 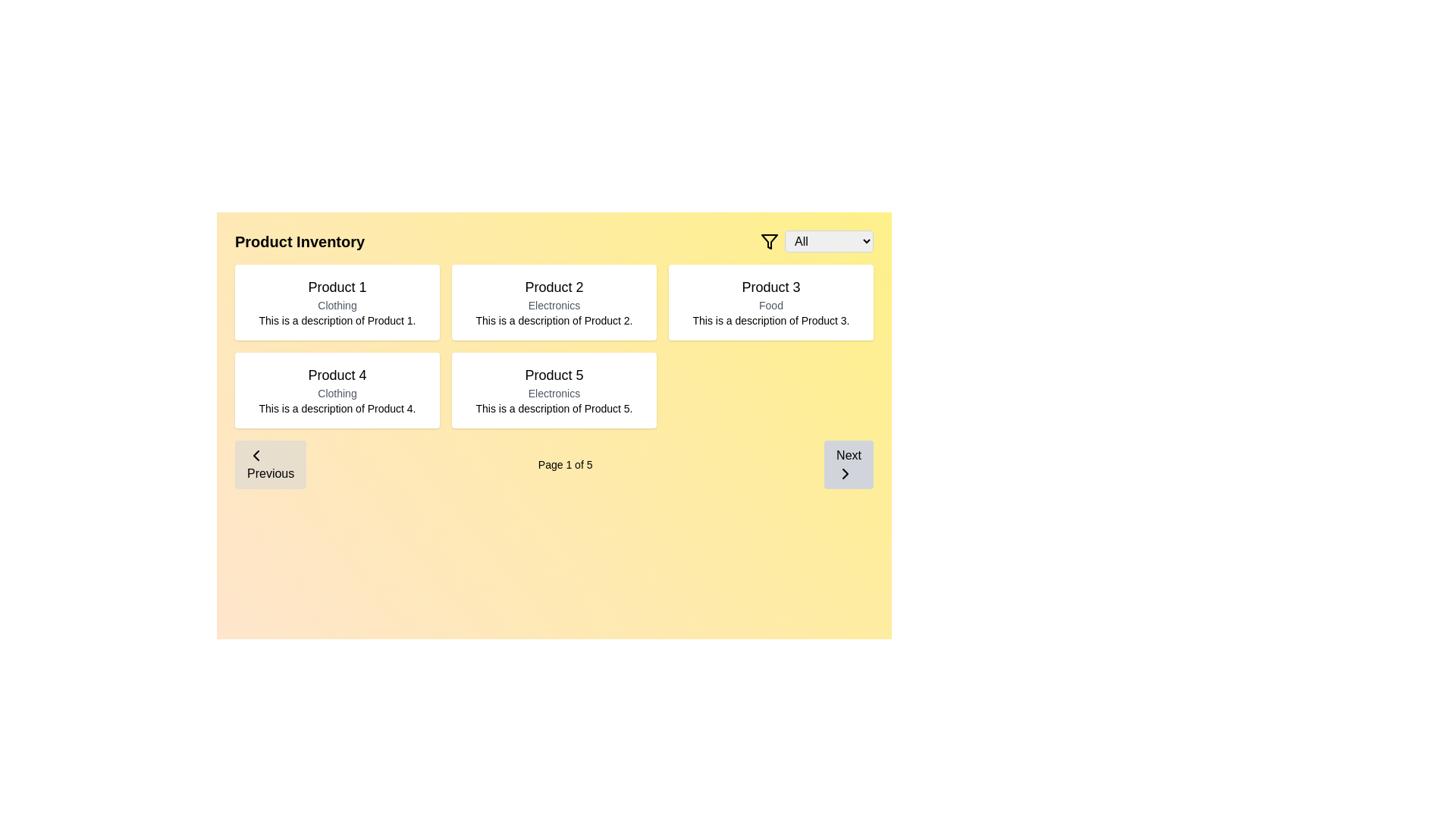 I want to click on the details of the product information card for 'Product 5' located in the second row, center column of the grid layout, so click(x=553, y=390).